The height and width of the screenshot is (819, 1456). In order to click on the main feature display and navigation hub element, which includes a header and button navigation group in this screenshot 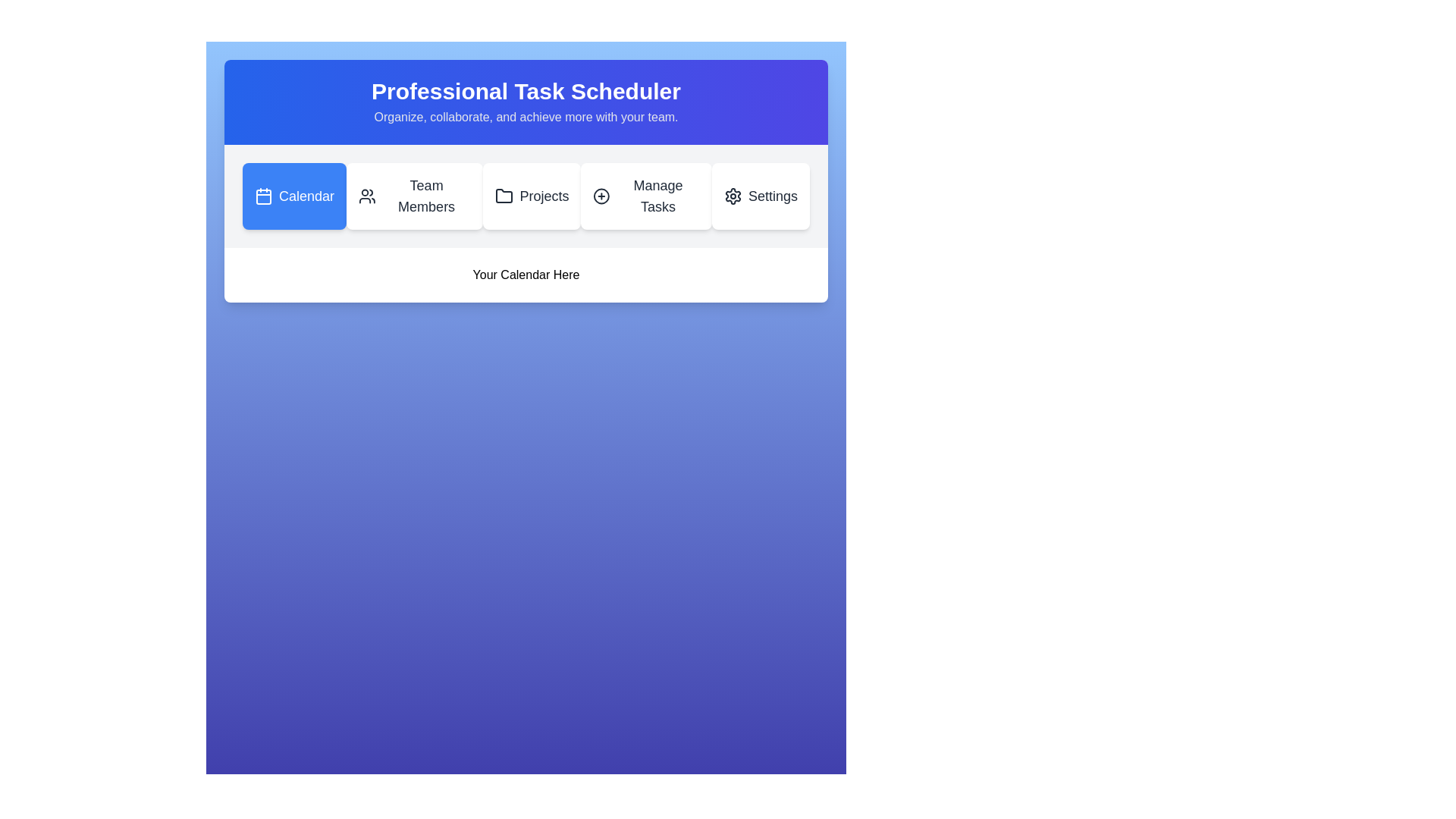, I will do `click(526, 180)`.